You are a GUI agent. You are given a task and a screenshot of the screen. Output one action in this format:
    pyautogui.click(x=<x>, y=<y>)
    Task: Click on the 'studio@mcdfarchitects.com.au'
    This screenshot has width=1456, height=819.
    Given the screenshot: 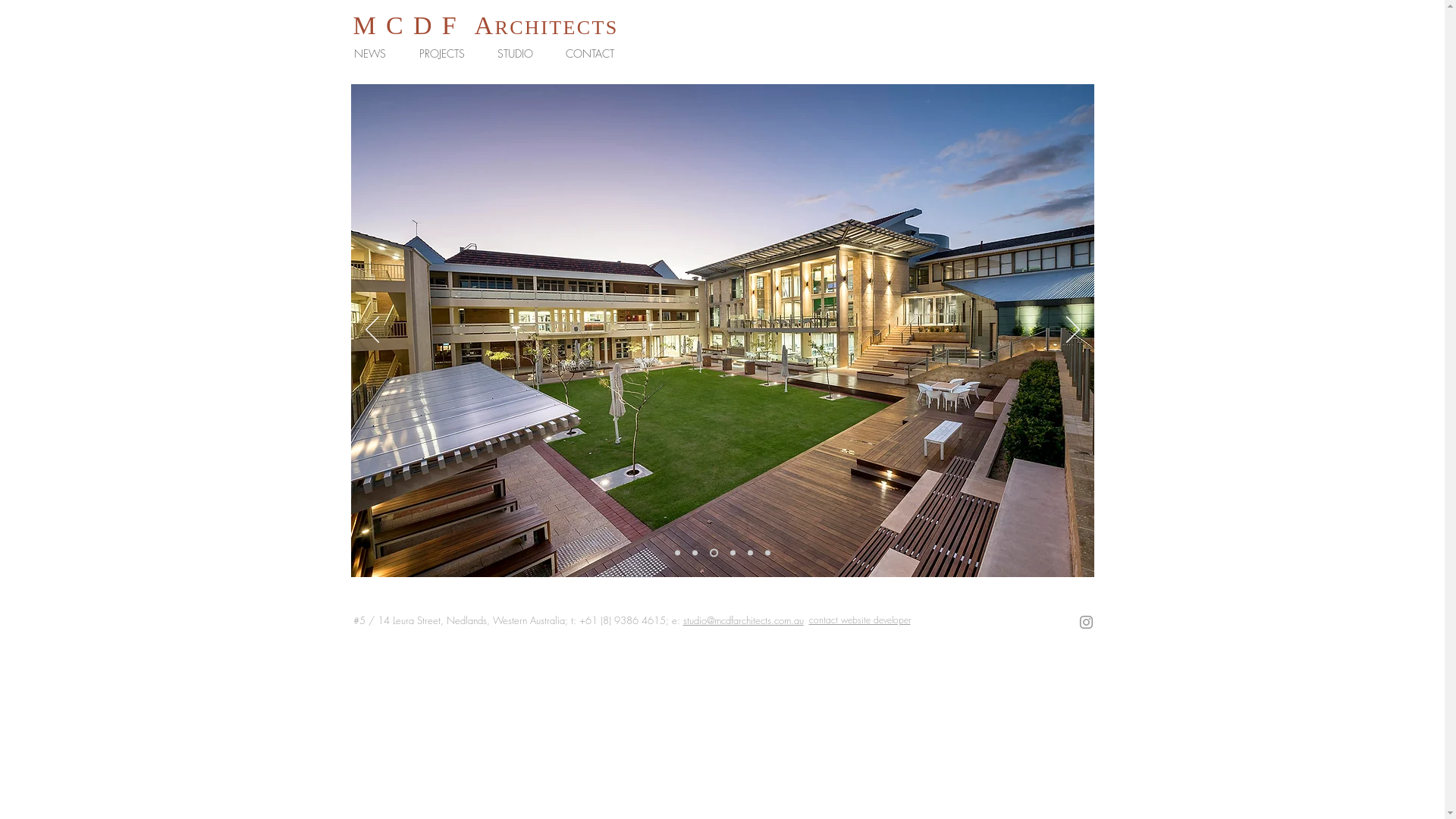 What is the action you would take?
    pyautogui.click(x=742, y=620)
    